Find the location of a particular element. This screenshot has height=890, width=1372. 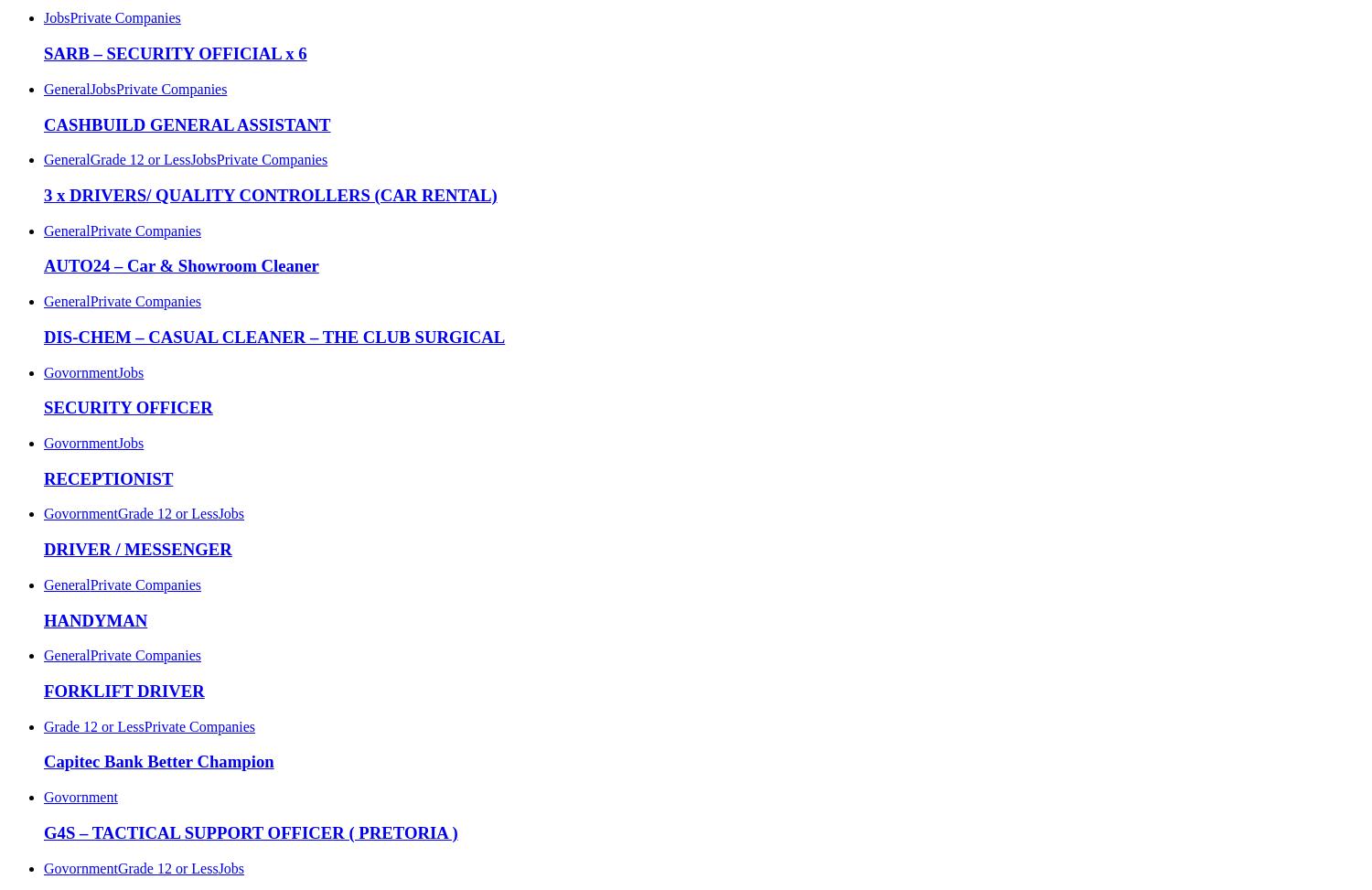

'3 x DRIVERS/ QUALITY CONTROLLERS (CAR RENTAL)' is located at coordinates (270, 193).